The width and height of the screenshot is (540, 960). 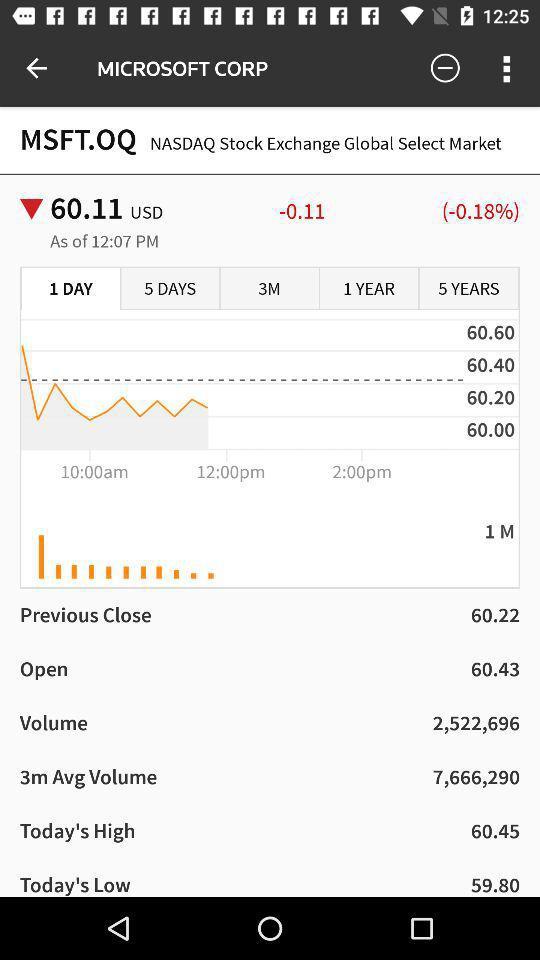 I want to click on icon next to the 1 day item, so click(x=170, y=288).